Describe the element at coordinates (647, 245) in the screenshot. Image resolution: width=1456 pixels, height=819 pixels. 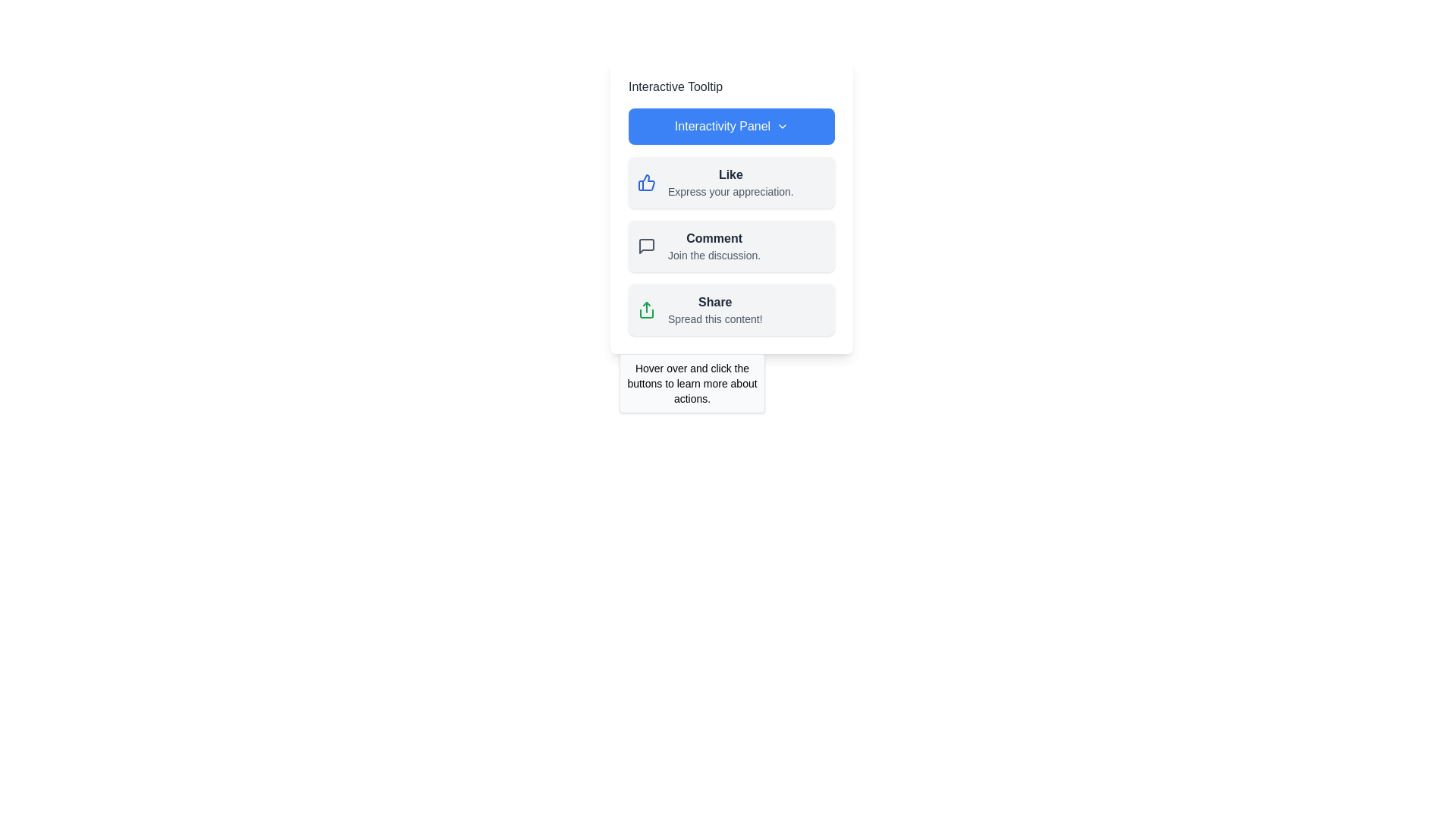
I see `the 'Comment' icon located in the 'Interactivity Panel' section, positioned to the left of the text 'Comment' and 'Join the discussion.'` at that location.